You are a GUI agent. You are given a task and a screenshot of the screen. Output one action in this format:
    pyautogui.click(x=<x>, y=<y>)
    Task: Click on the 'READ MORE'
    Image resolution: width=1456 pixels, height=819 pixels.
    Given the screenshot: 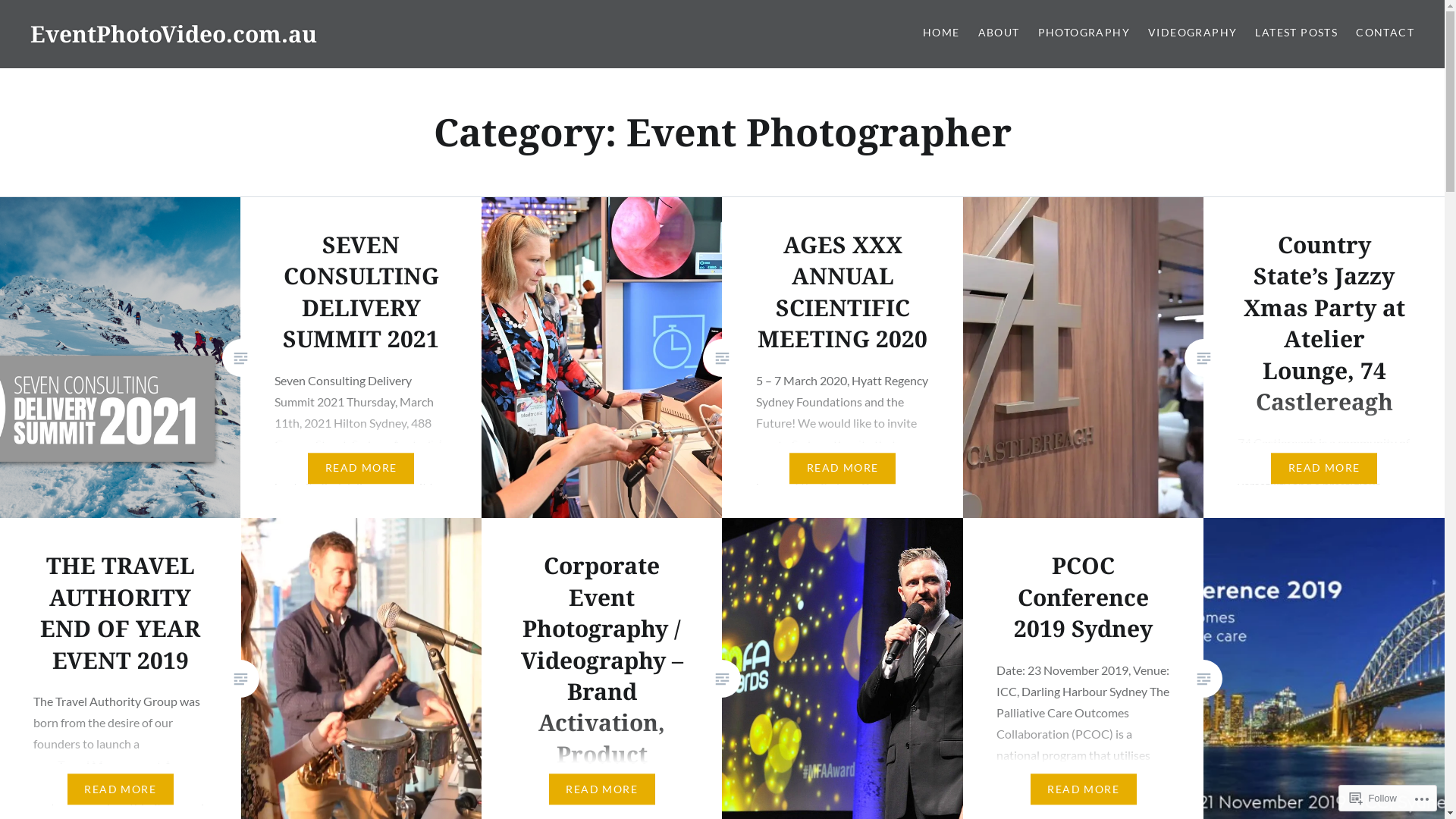 What is the action you would take?
    pyautogui.click(x=1083, y=789)
    